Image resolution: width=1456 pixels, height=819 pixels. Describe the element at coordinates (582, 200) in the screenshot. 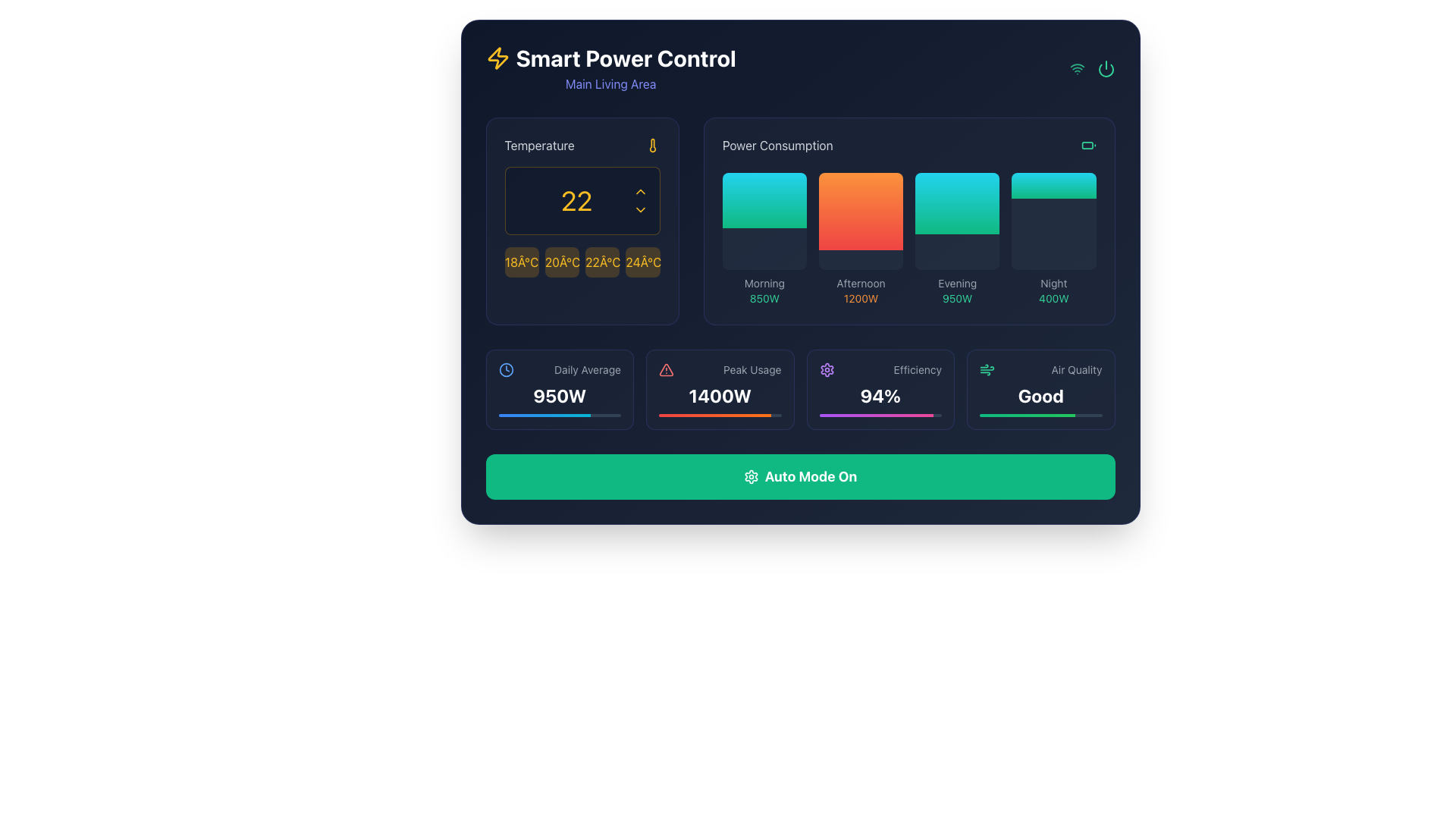

I see `the adjustable numeric input field for temperature adjustment, which is a dark rectangular box with a yellow number '22' and increment/decrement arrows, located above the temperature options` at that location.